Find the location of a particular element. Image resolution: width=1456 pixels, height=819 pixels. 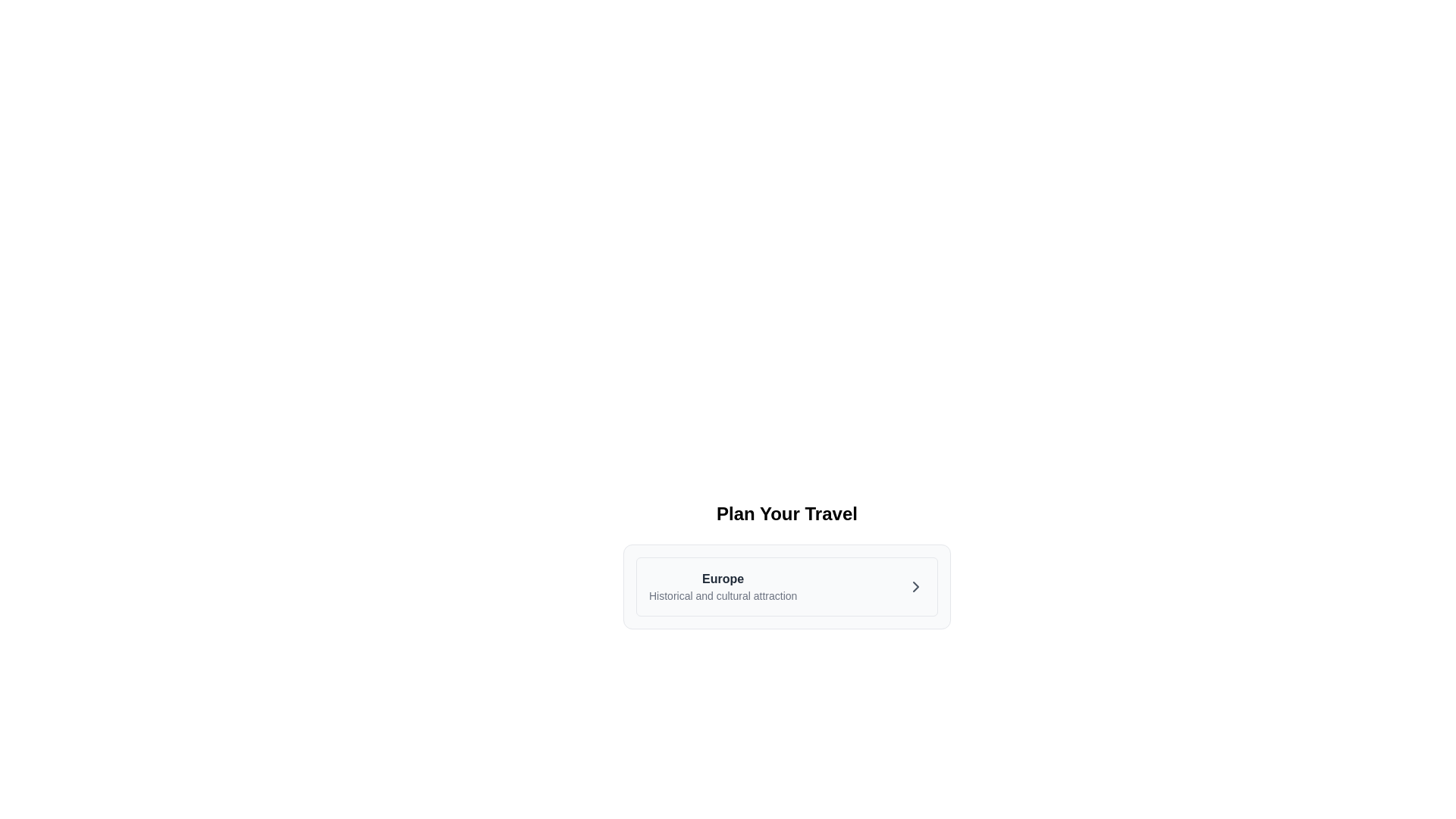

the informational travel planning suggestion card located centrally in the interface is located at coordinates (786, 617).